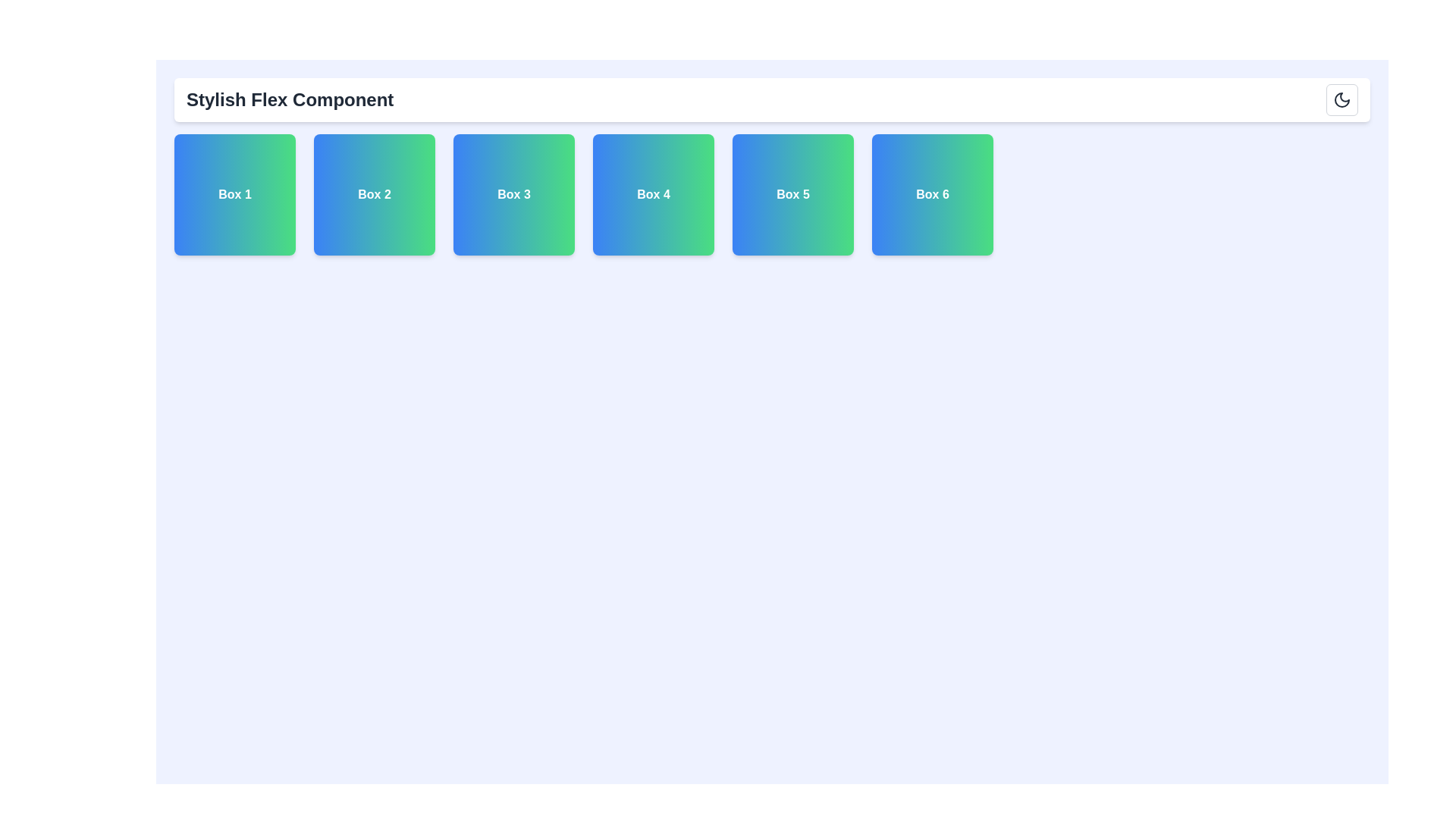 The image size is (1456, 819). What do you see at coordinates (513, 194) in the screenshot?
I see `the Text-labeled interactive box, which is the third element in a horizontal sequence of six boxes labeled from Box 1 to Box 6` at bounding box center [513, 194].